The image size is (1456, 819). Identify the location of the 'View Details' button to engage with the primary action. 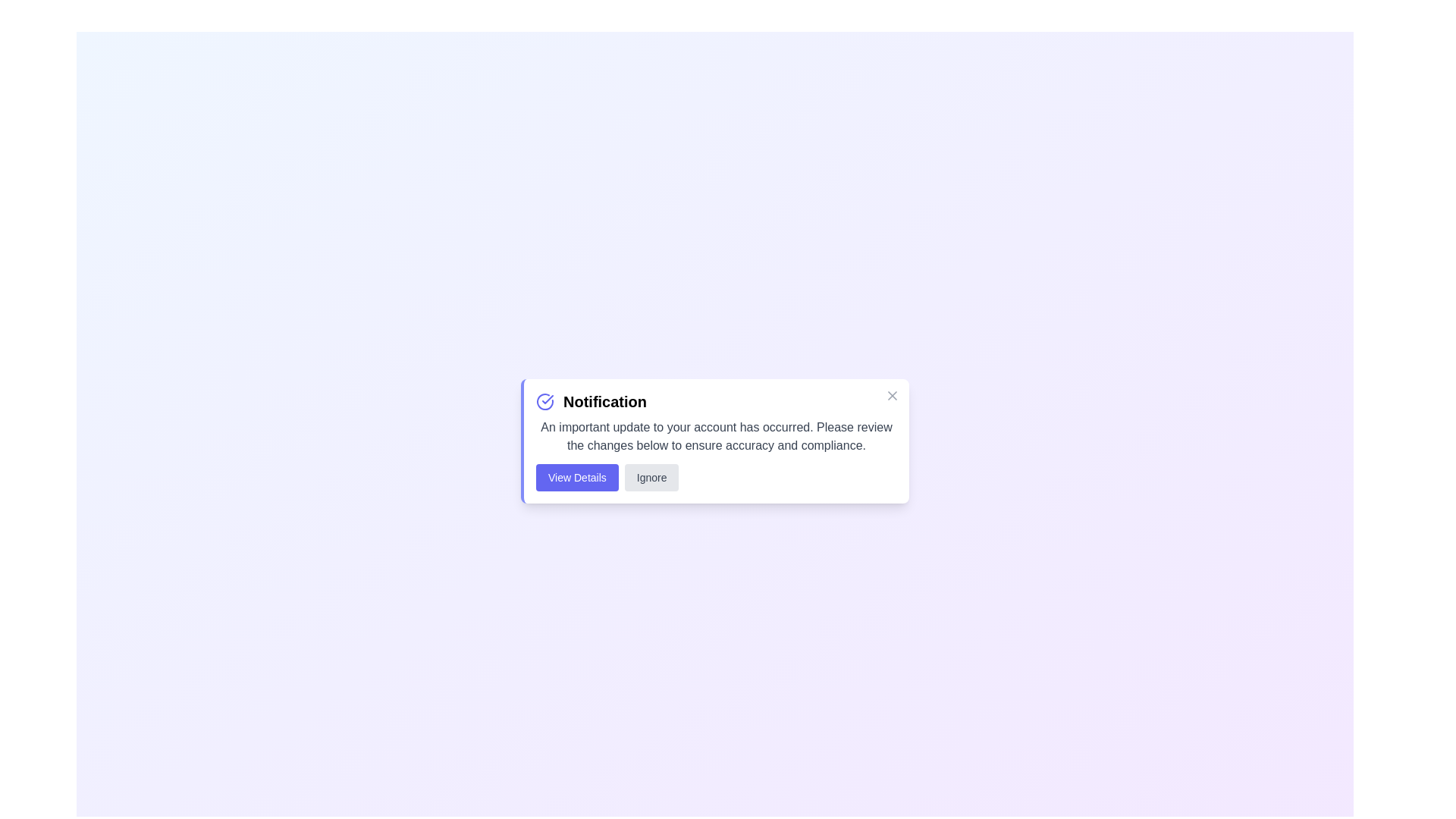
(576, 476).